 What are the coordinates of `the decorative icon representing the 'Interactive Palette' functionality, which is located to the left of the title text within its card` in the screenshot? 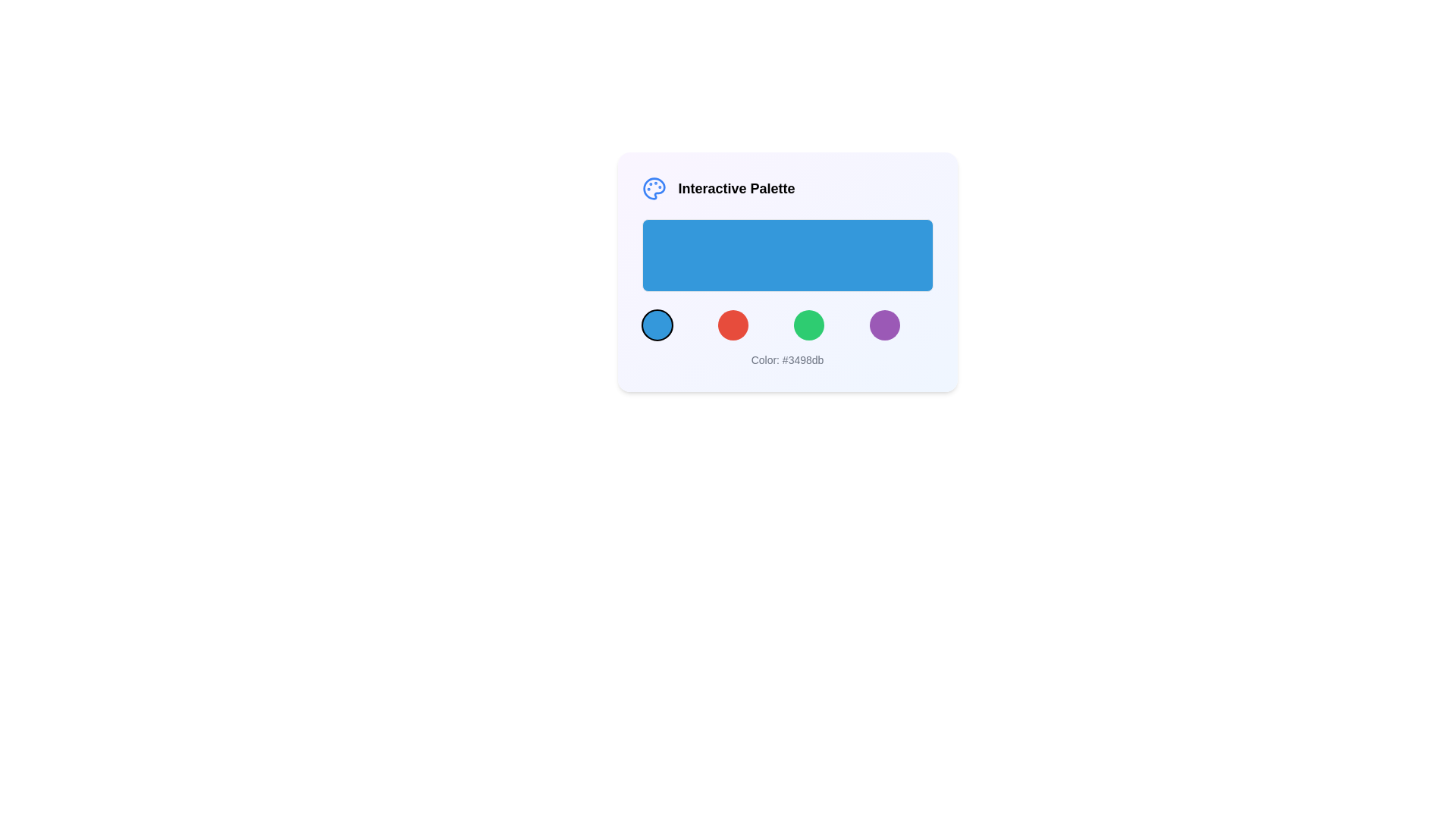 It's located at (654, 188).